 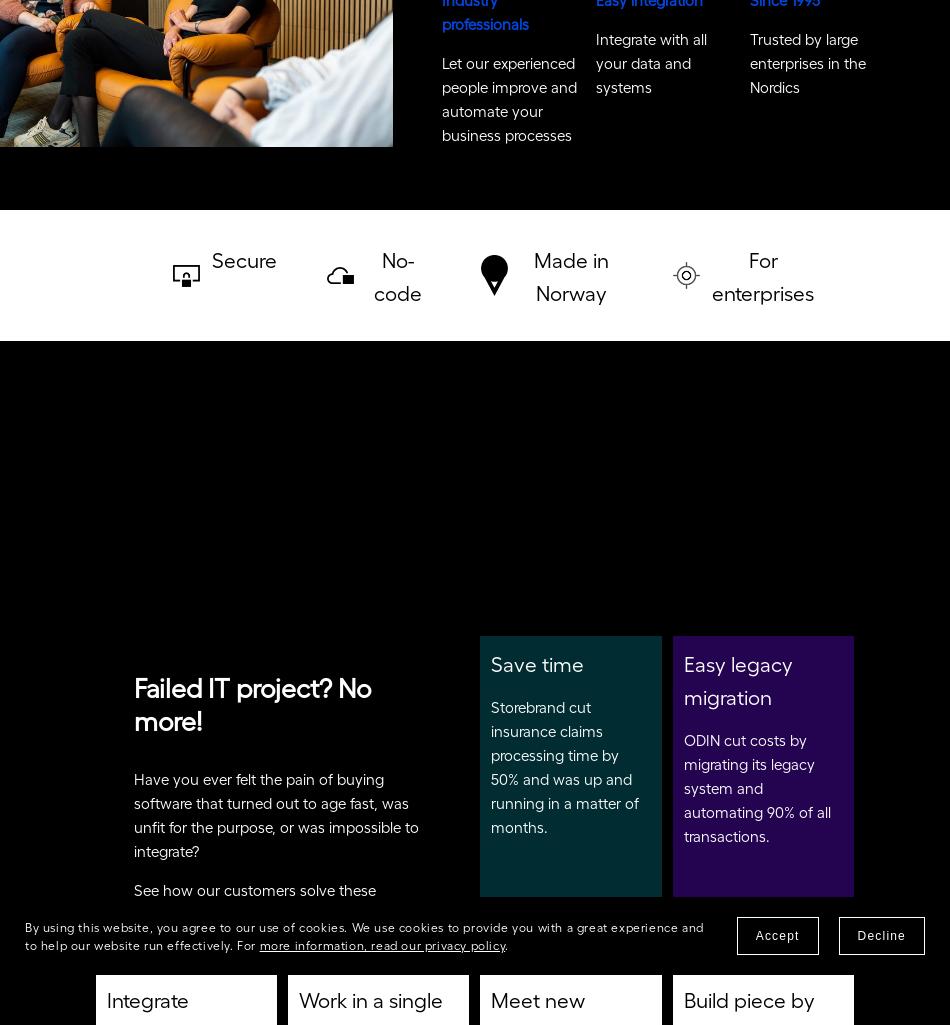 I want to click on 'Trusted by large enterprises in the Nordics', so click(x=747, y=69).